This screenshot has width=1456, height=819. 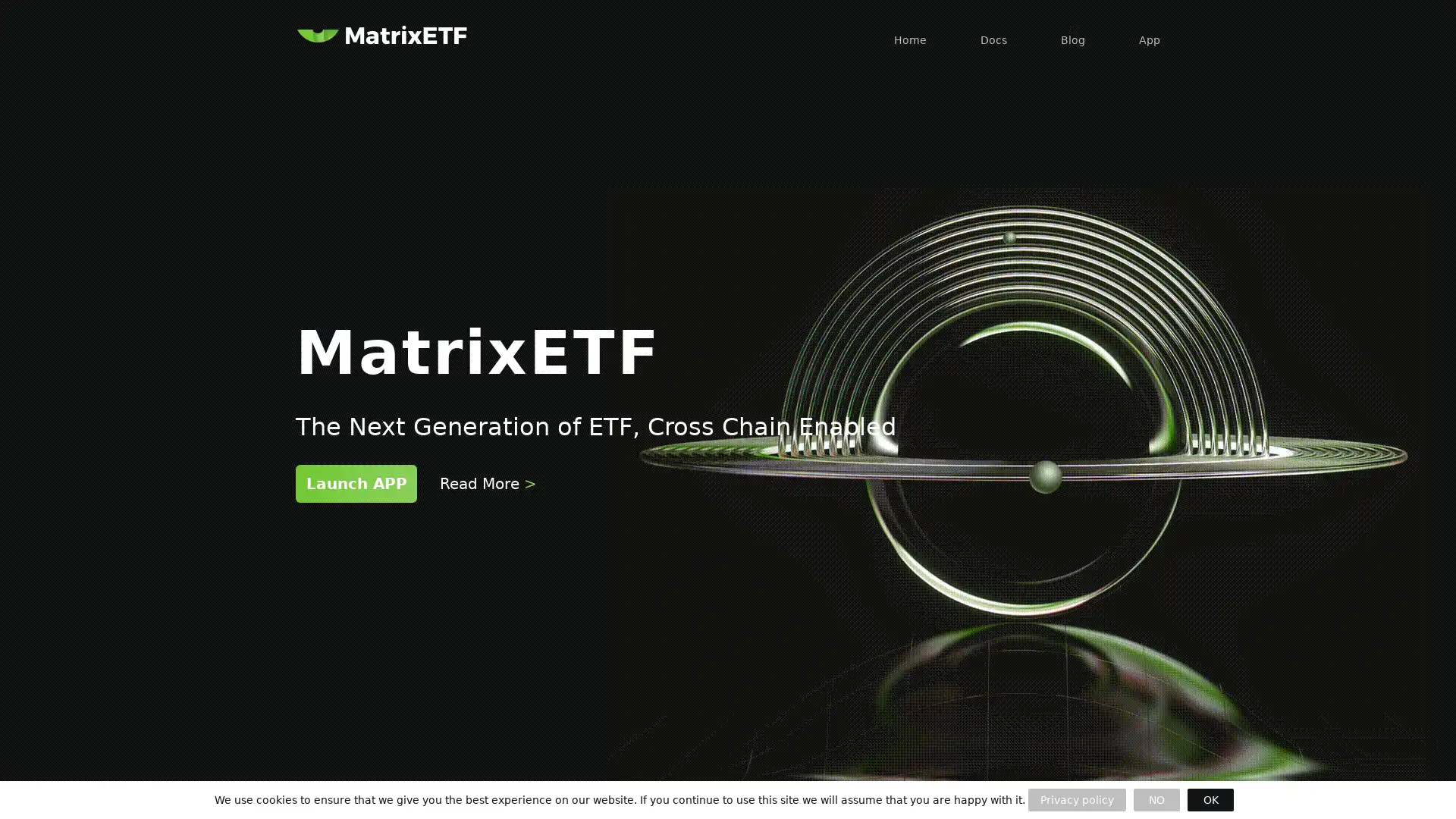 I want to click on NO, so click(x=1156, y=799).